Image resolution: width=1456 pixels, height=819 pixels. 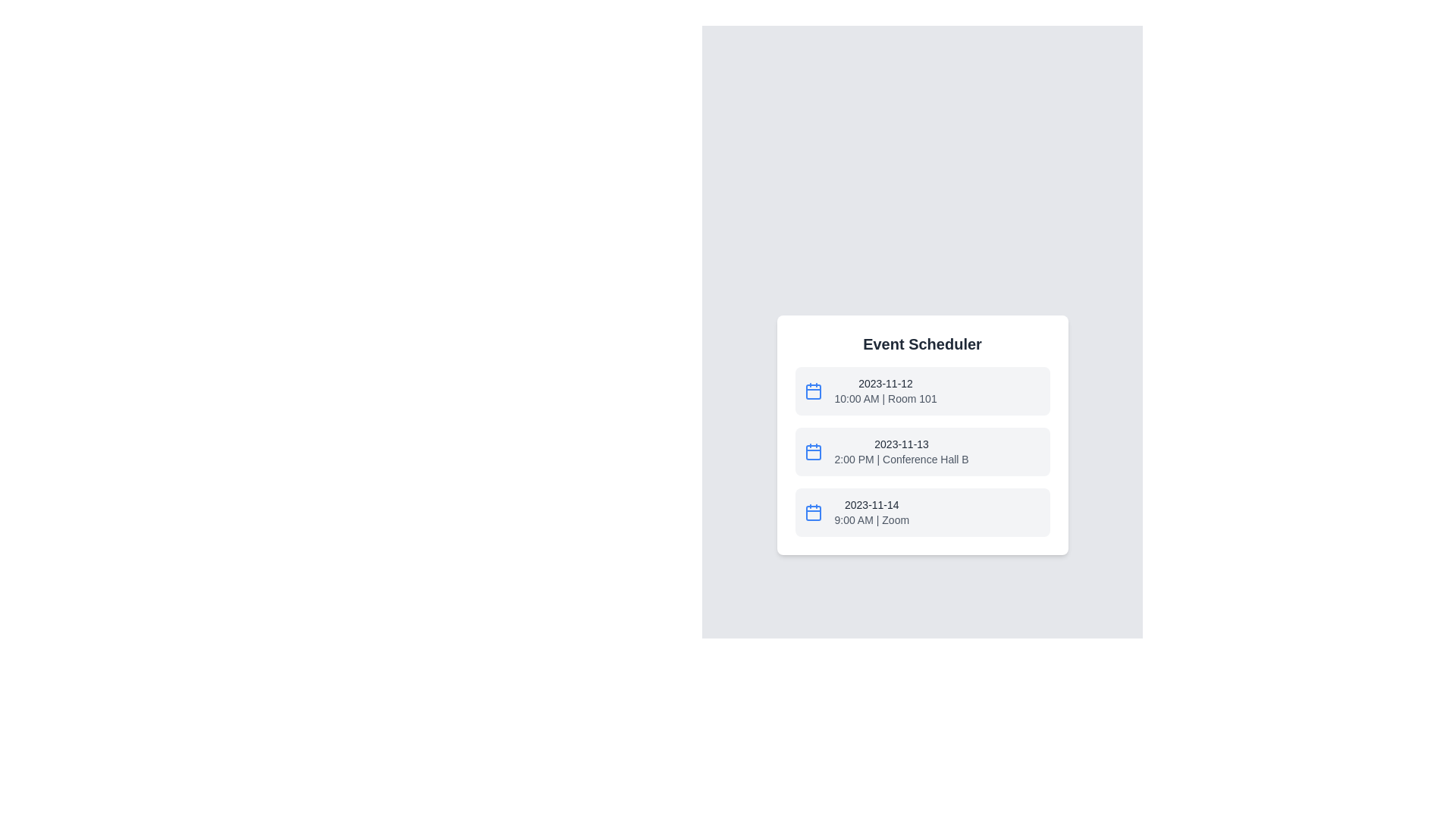 What do you see at coordinates (812, 512) in the screenshot?
I see `the blue calendar icon located in the third event block of the event scheduler, positioned at the top-left corner of its row, next to the '2023-11-14 9:00 AM | Zoom' text` at bounding box center [812, 512].